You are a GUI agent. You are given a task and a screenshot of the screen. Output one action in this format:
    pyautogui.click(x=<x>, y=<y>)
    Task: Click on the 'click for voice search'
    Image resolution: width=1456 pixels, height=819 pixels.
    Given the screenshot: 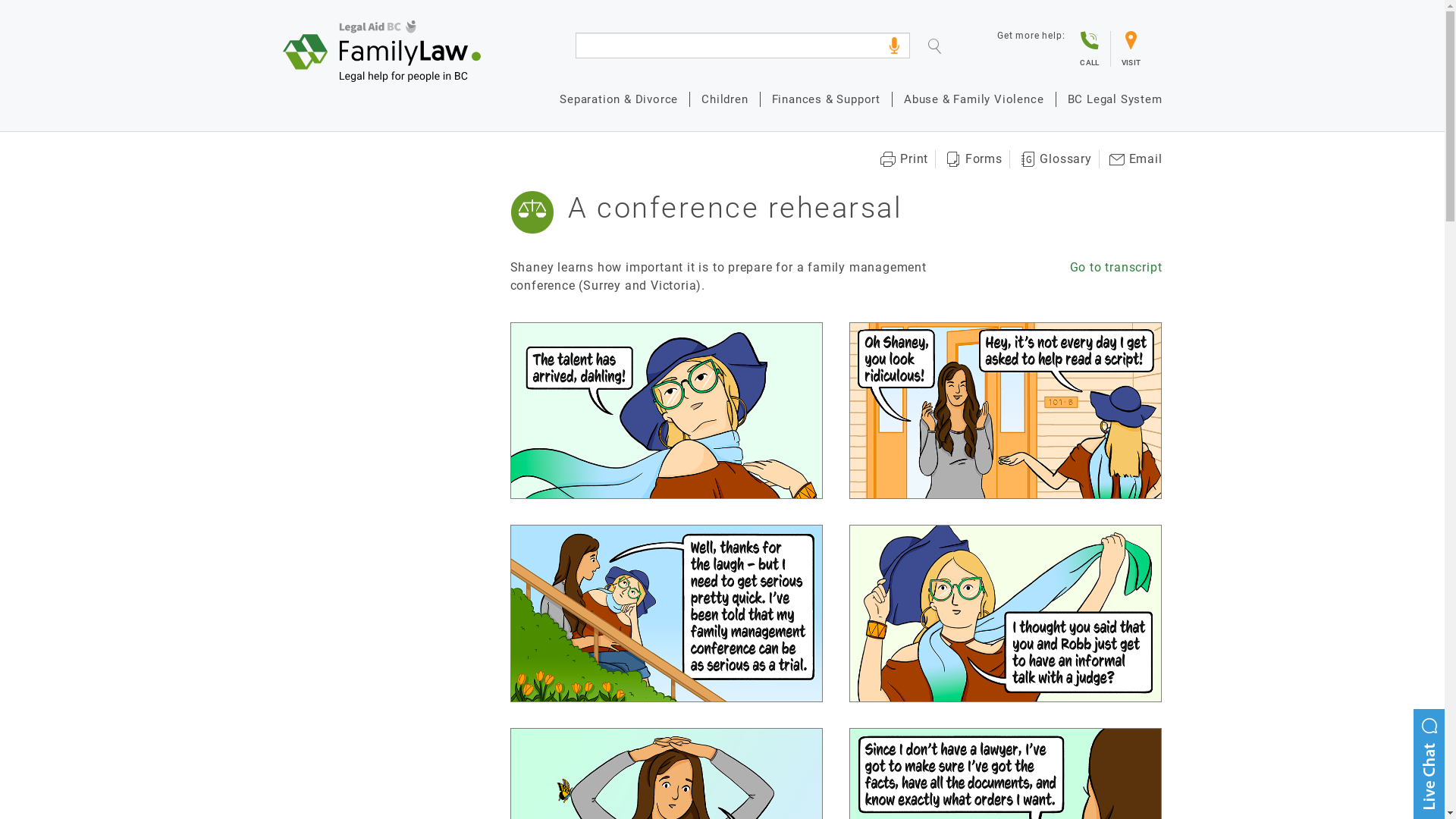 What is the action you would take?
    pyautogui.click(x=894, y=45)
    